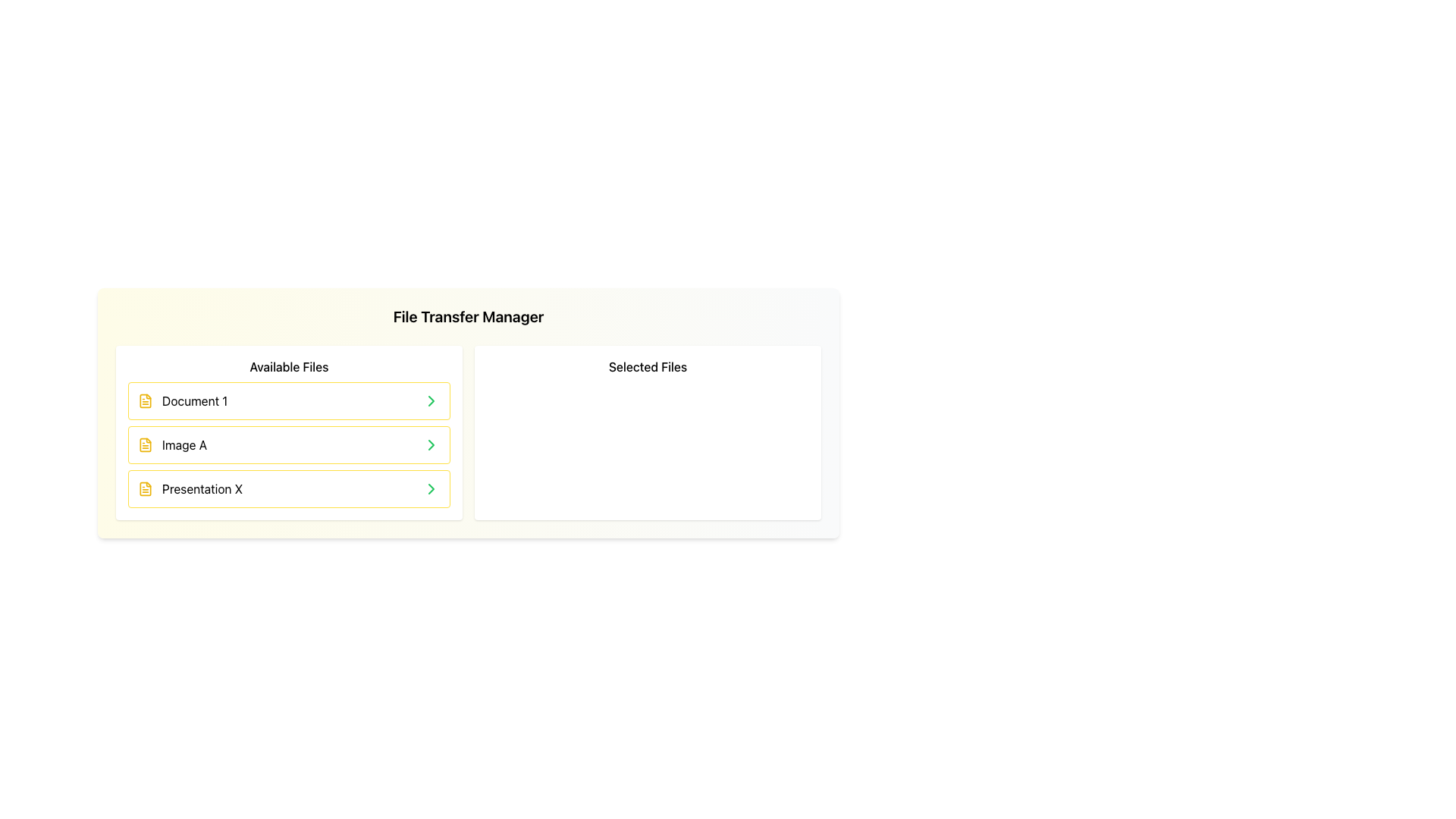 This screenshot has width=1456, height=819. What do you see at coordinates (431, 444) in the screenshot?
I see `the interactive button located near the right border of the second list item under the 'Available Files' column to change its color` at bounding box center [431, 444].